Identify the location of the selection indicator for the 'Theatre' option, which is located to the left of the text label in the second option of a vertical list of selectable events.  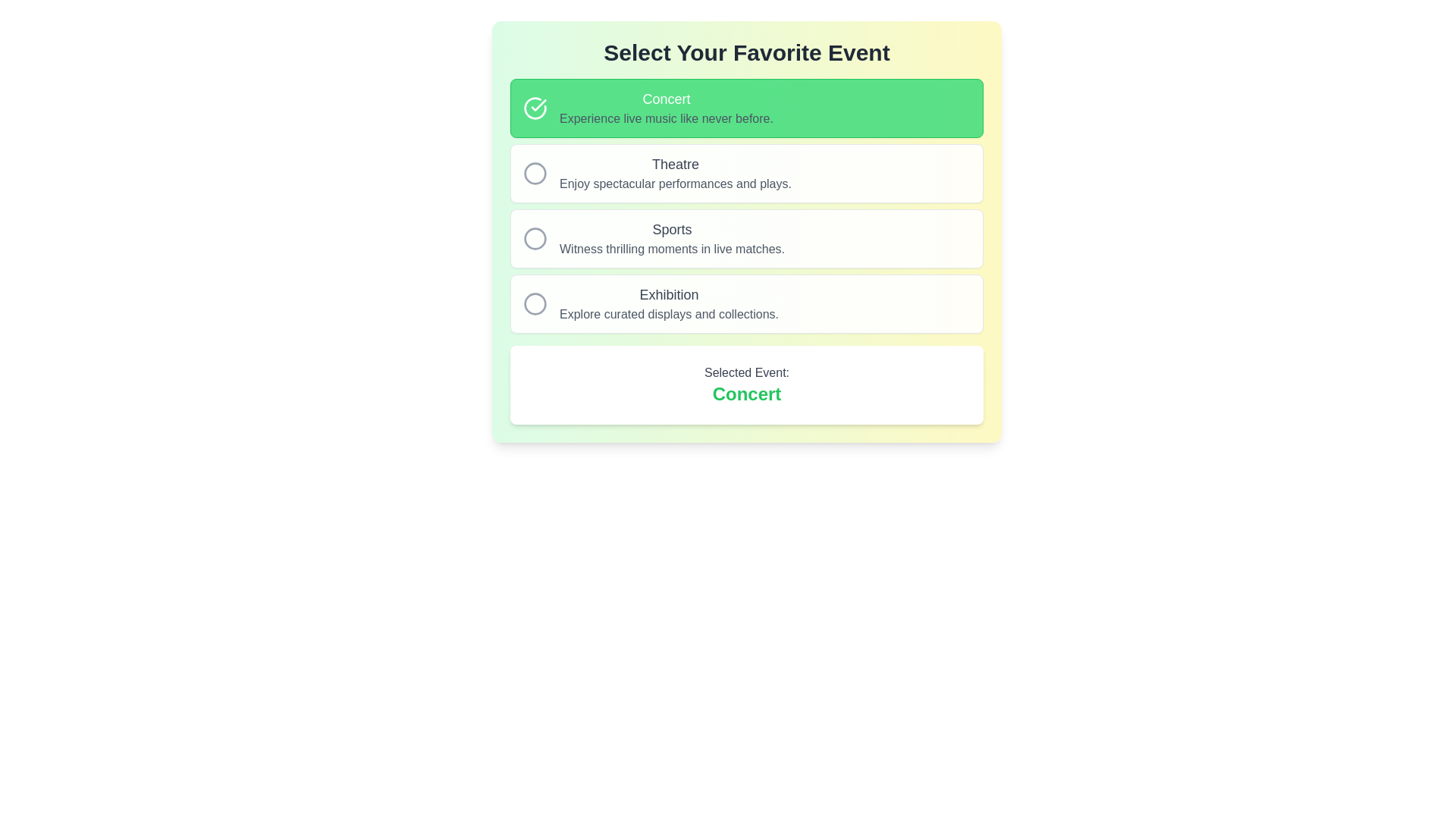
(535, 172).